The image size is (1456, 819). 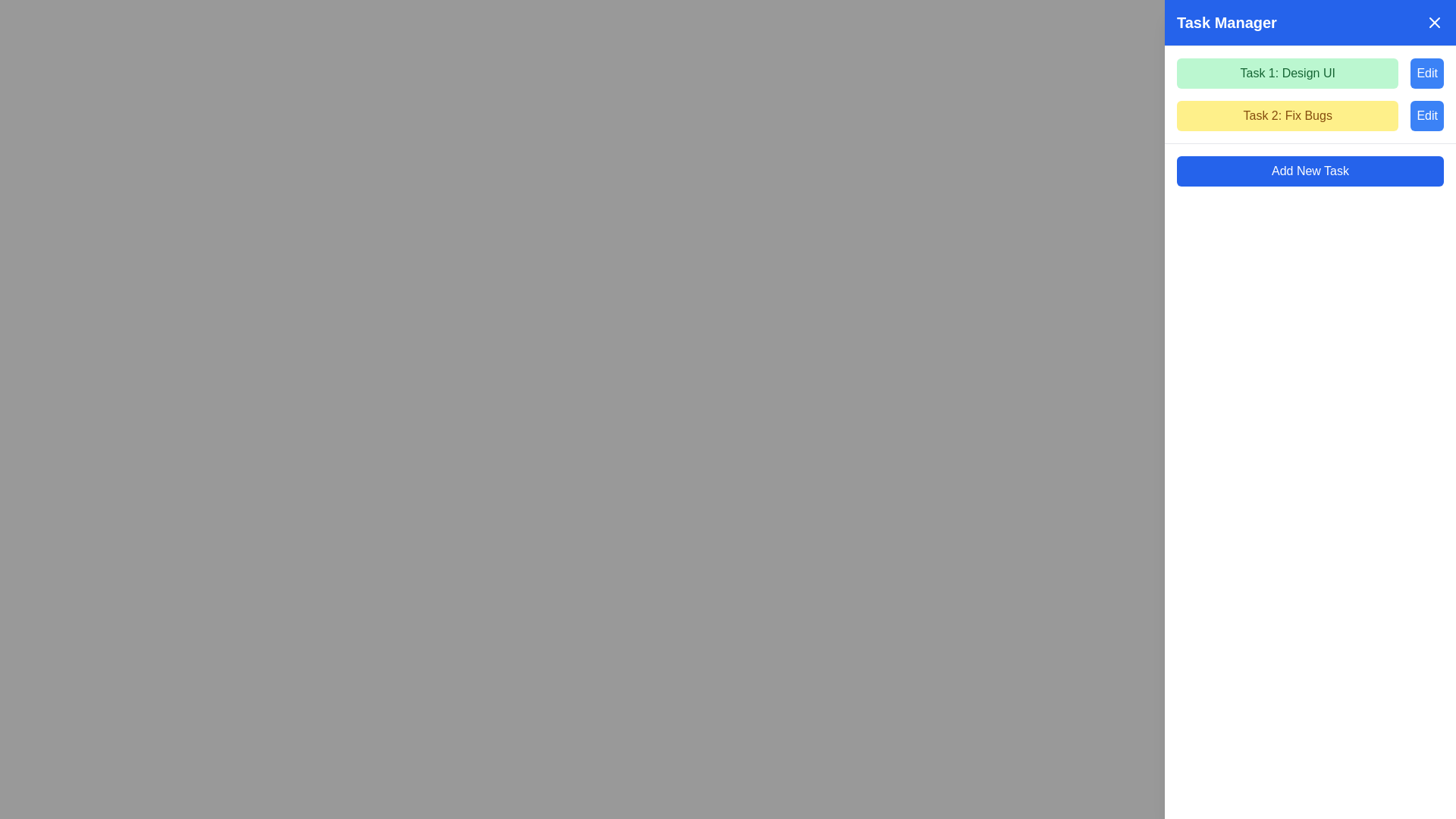 I want to click on the edit button located on the right side of the second task row labeled 'Task 2: Fix Bugs', so click(x=1426, y=115).